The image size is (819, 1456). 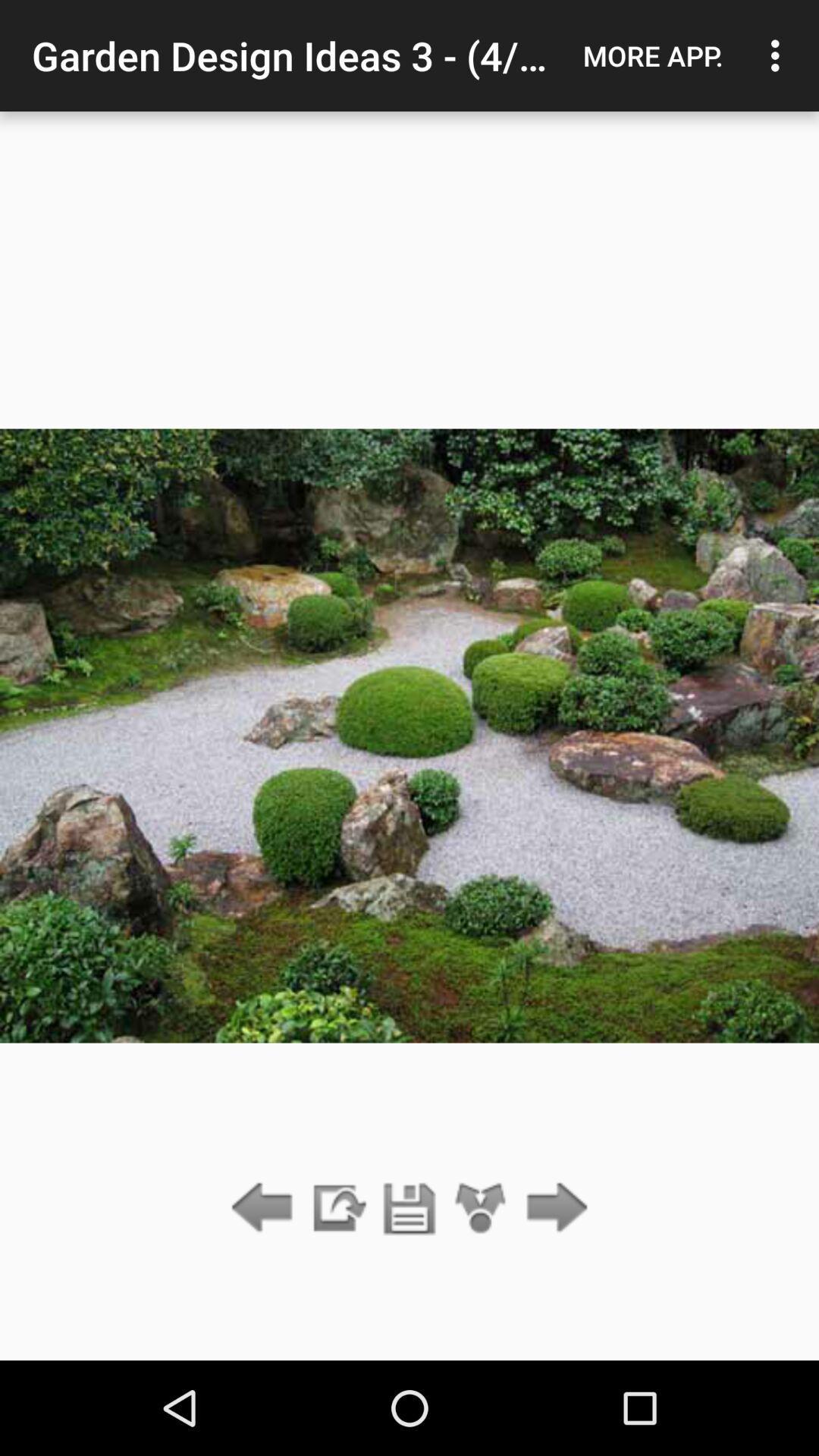 I want to click on the arrow_backward icon, so click(x=265, y=1208).